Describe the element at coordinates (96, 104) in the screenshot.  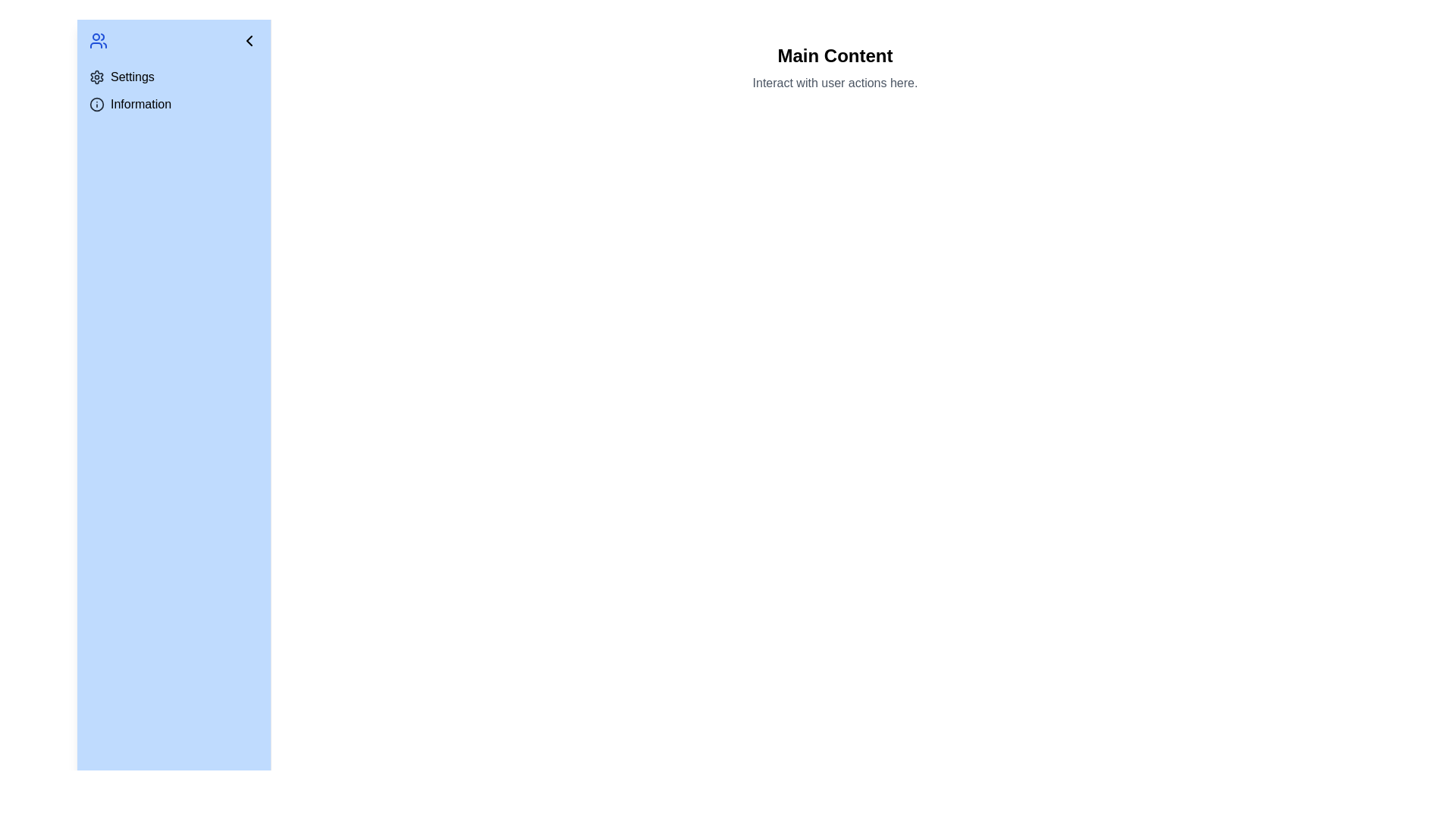
I see `the outer circular outline of the 'Information' icon located in the sidebar, which visually distinguishes this item and is positioned below the 'Settings' icon` at that location.